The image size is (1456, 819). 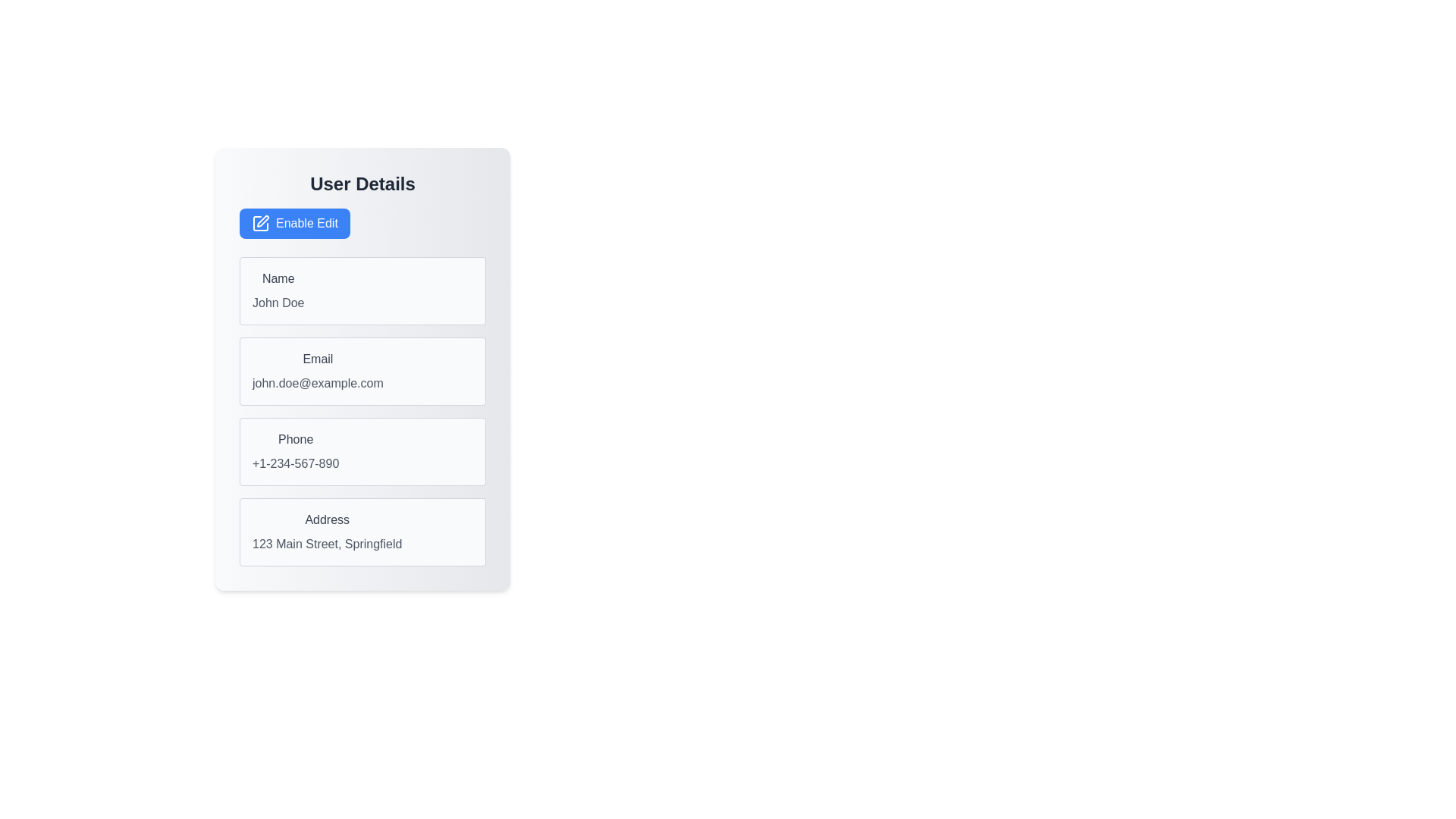 What do you see at coordinates (296, 463) in the screenshot?
I see `the Text display showing the user's phone number, located under the 'Phone' label in the contact information card` at bounding box center [296, 463].